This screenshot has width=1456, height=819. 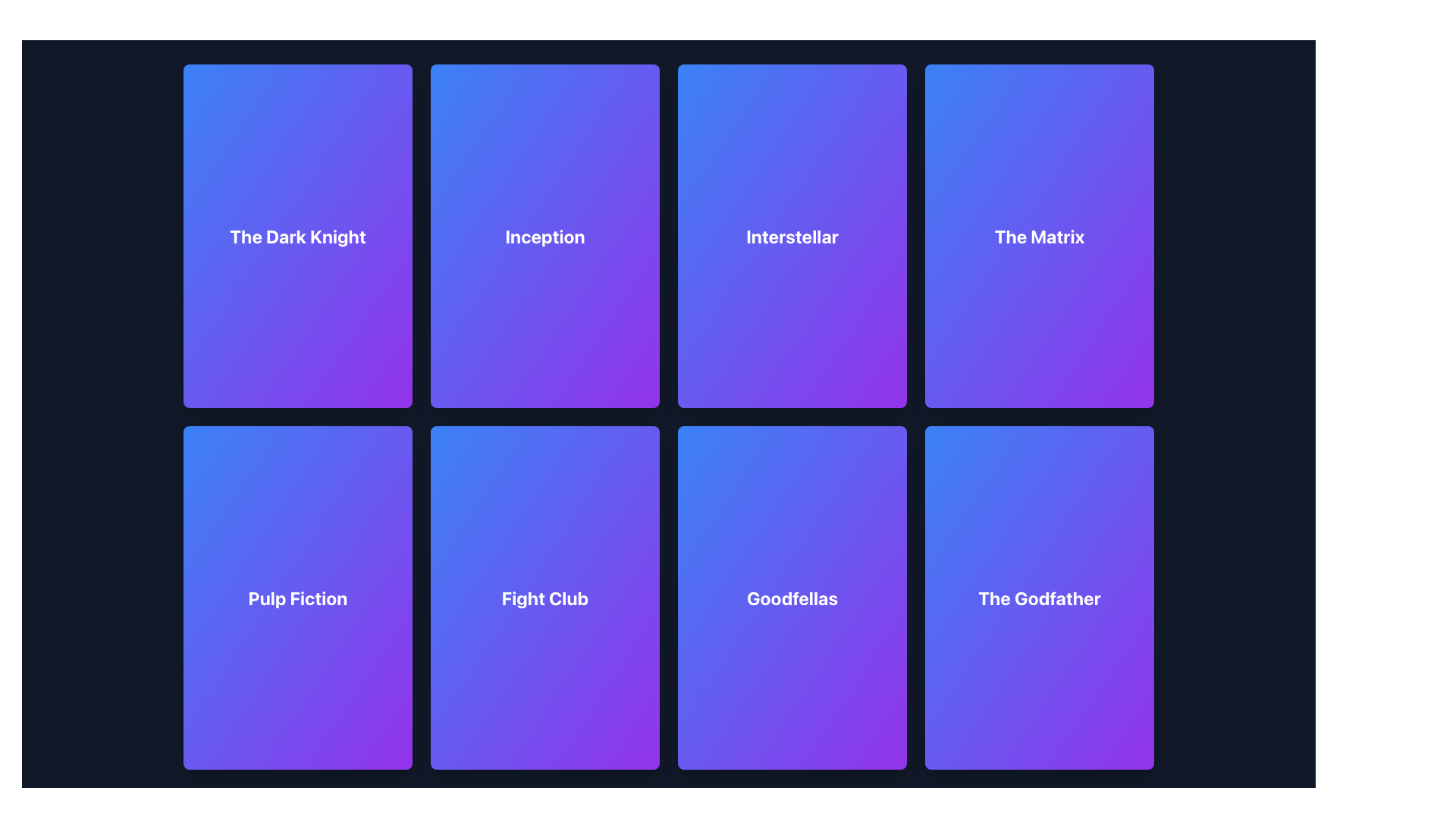 I want to click on the movie title label in the fourth card of the top row in the movie grid, which indicates the title of a movie, so click(x=1039, y=236).